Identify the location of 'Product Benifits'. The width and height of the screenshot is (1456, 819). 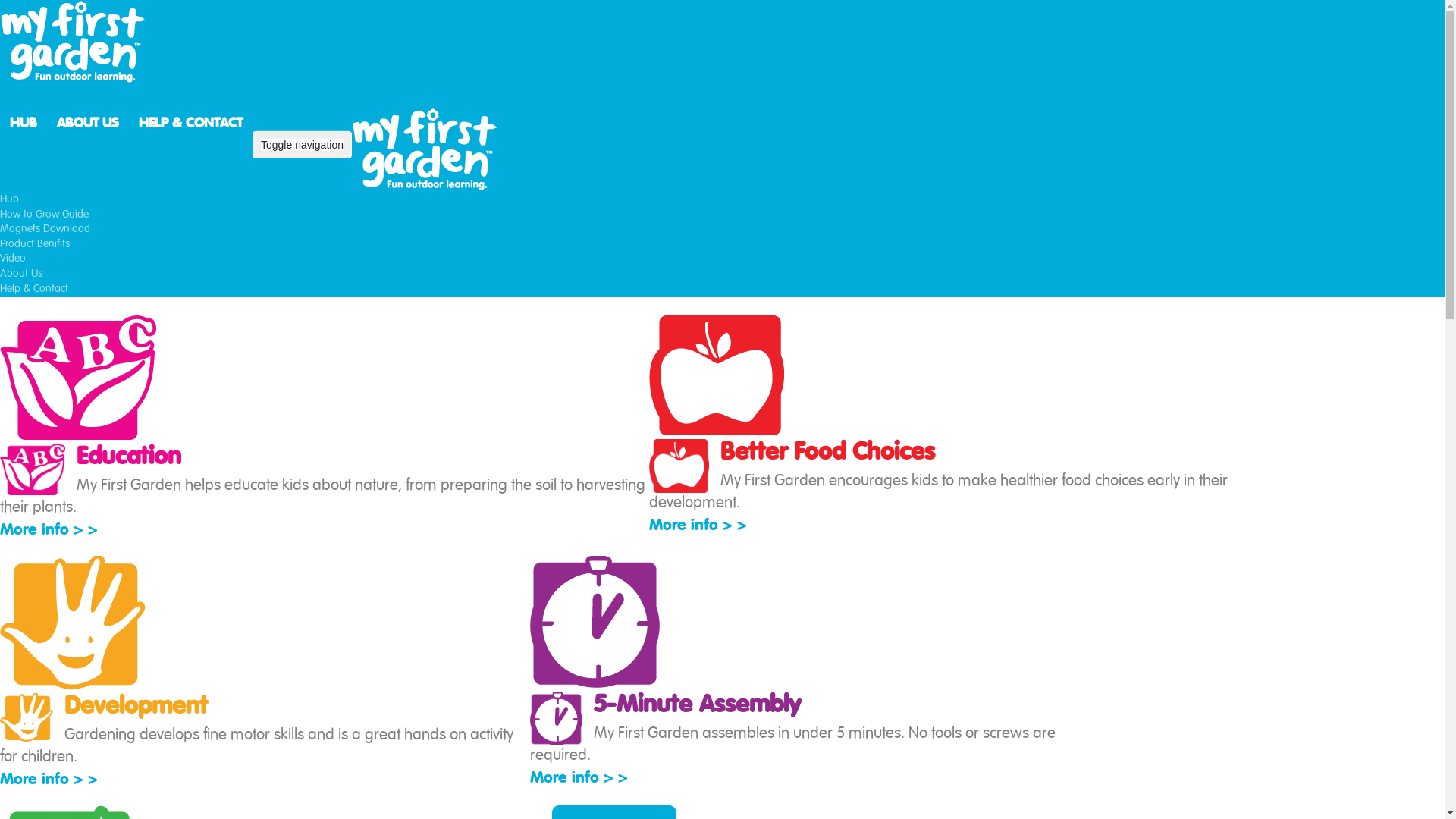
(35, 243).